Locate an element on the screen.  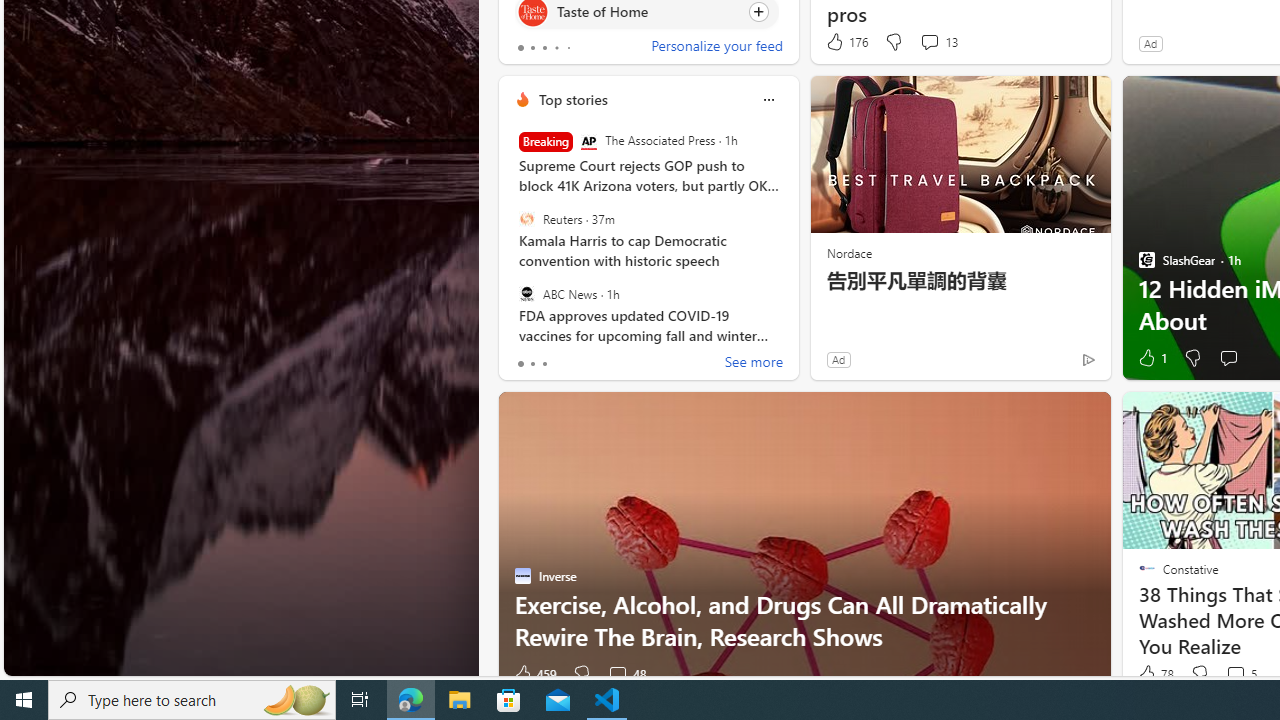
'tab-1' is located at coordinates (532, 363).